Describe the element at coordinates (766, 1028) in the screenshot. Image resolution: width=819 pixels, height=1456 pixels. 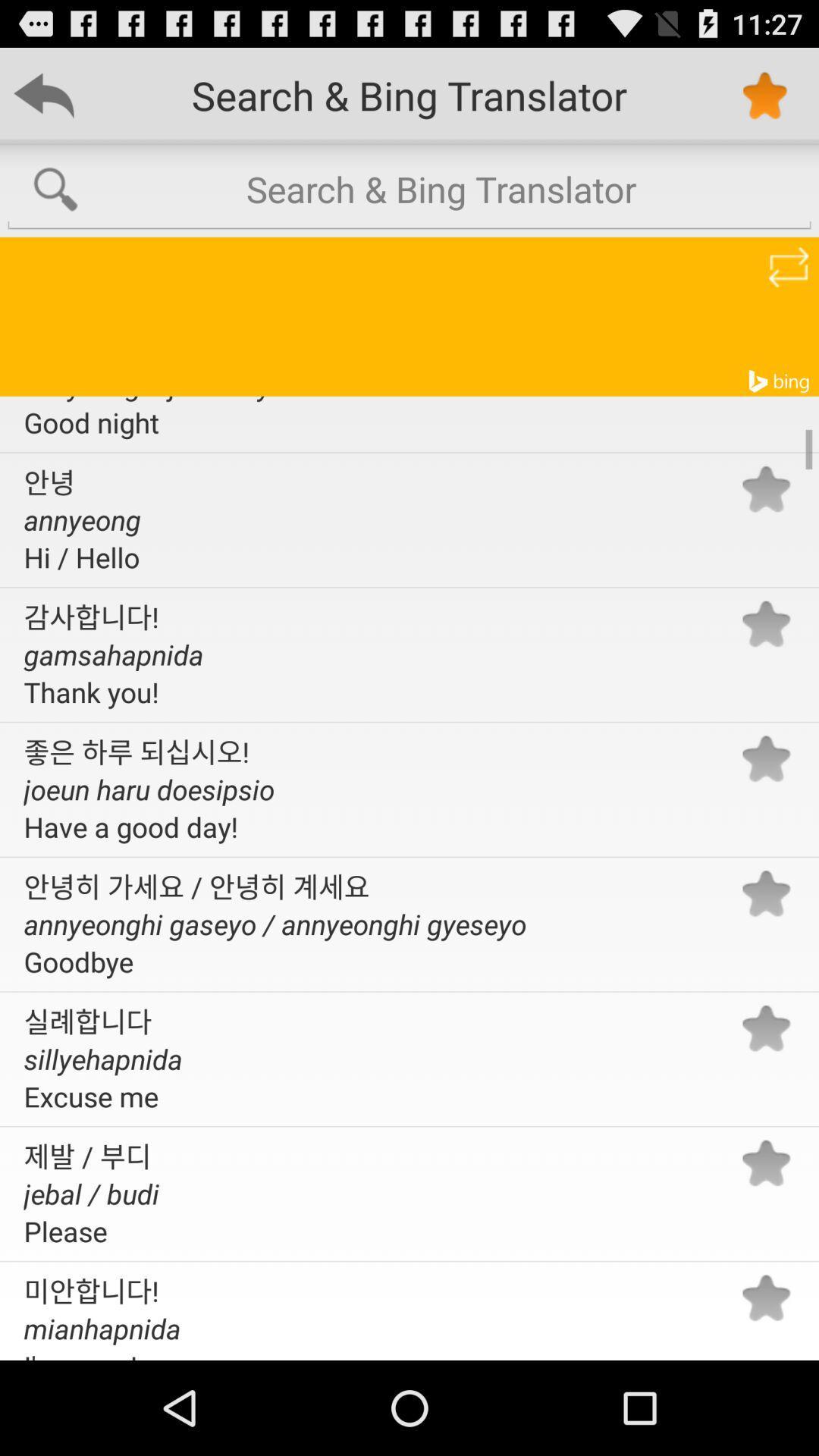
I see `the excuse me star icon` at that location.